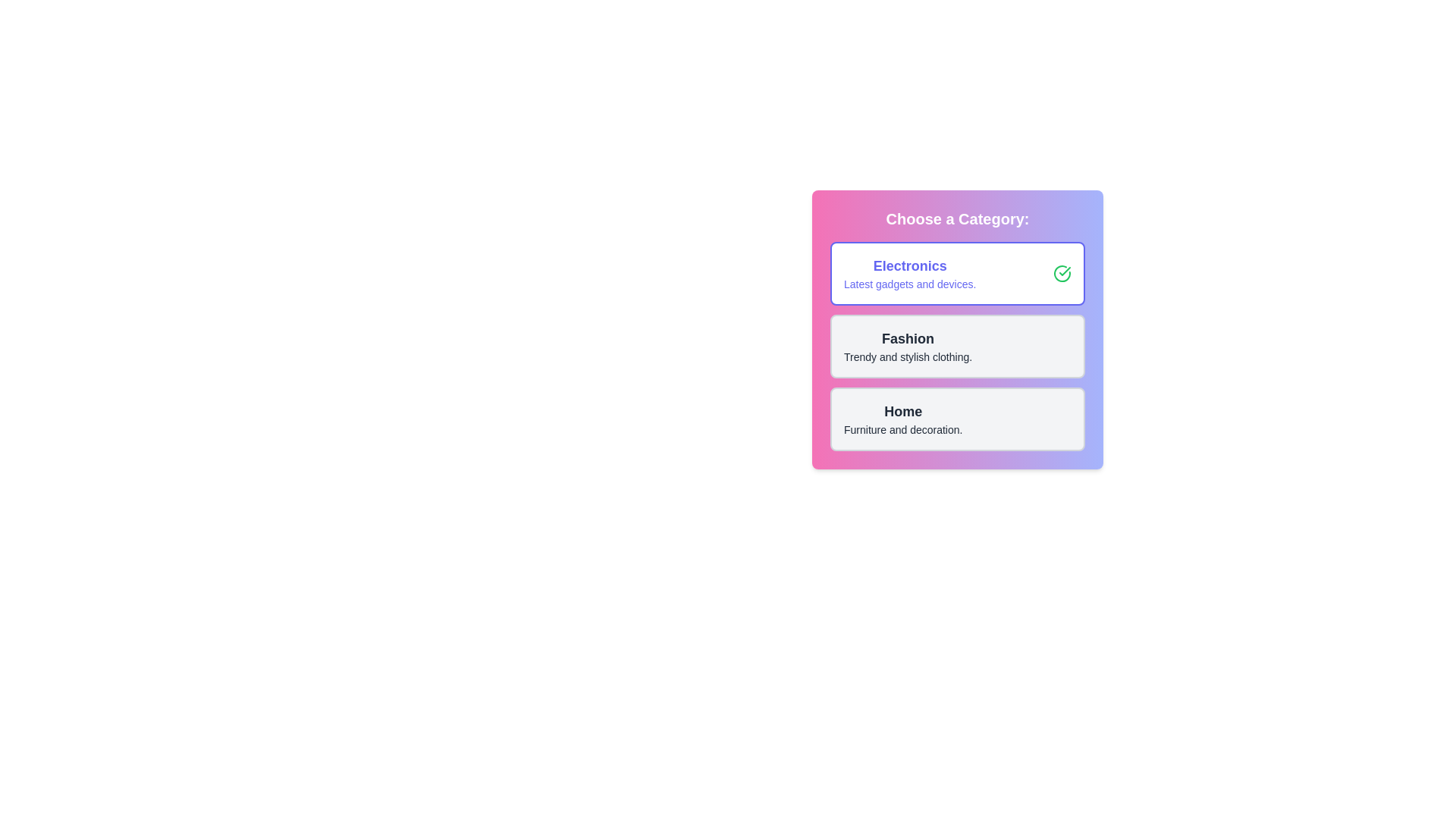  What do you see at coordinates (1062, 274) in the screenshot?
I see `the circular check mark icon indicating completion in the rightmost area of the 'Electronics' section` at bounding box center [1062, 274].